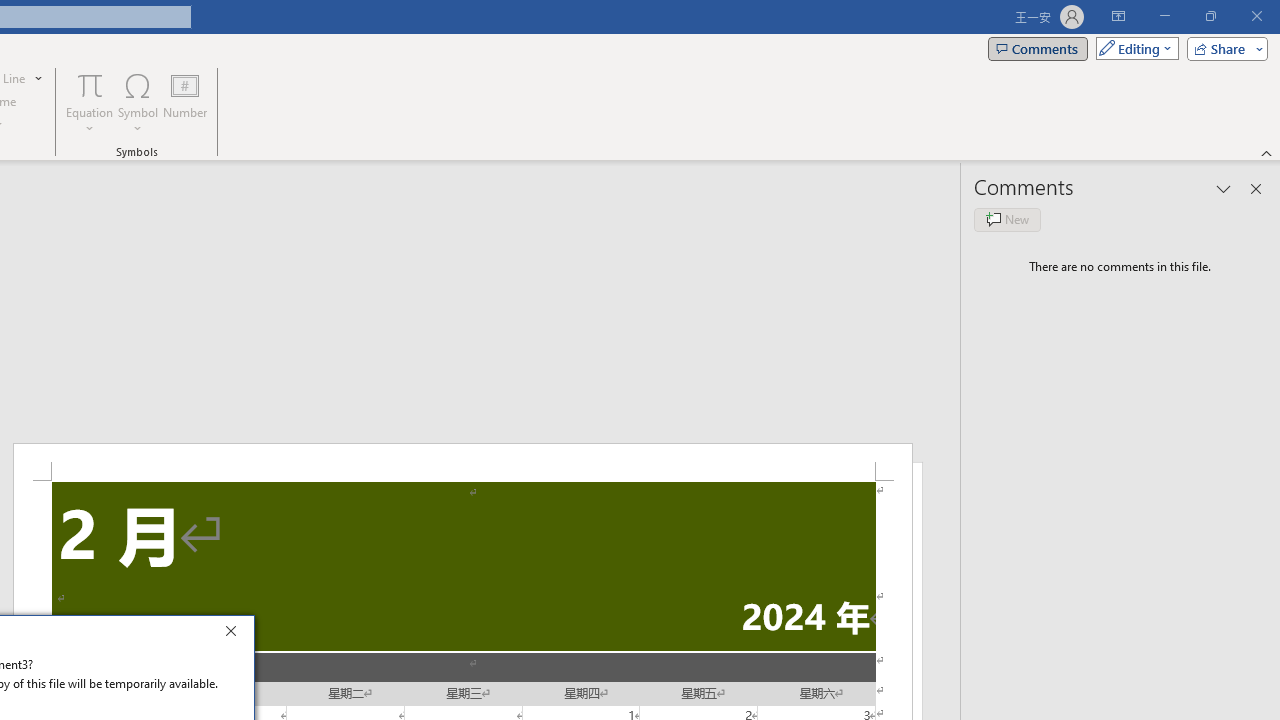 This screenshot has height=720, width=1280. I want to click on 'Close pane', so click(1255, 189).